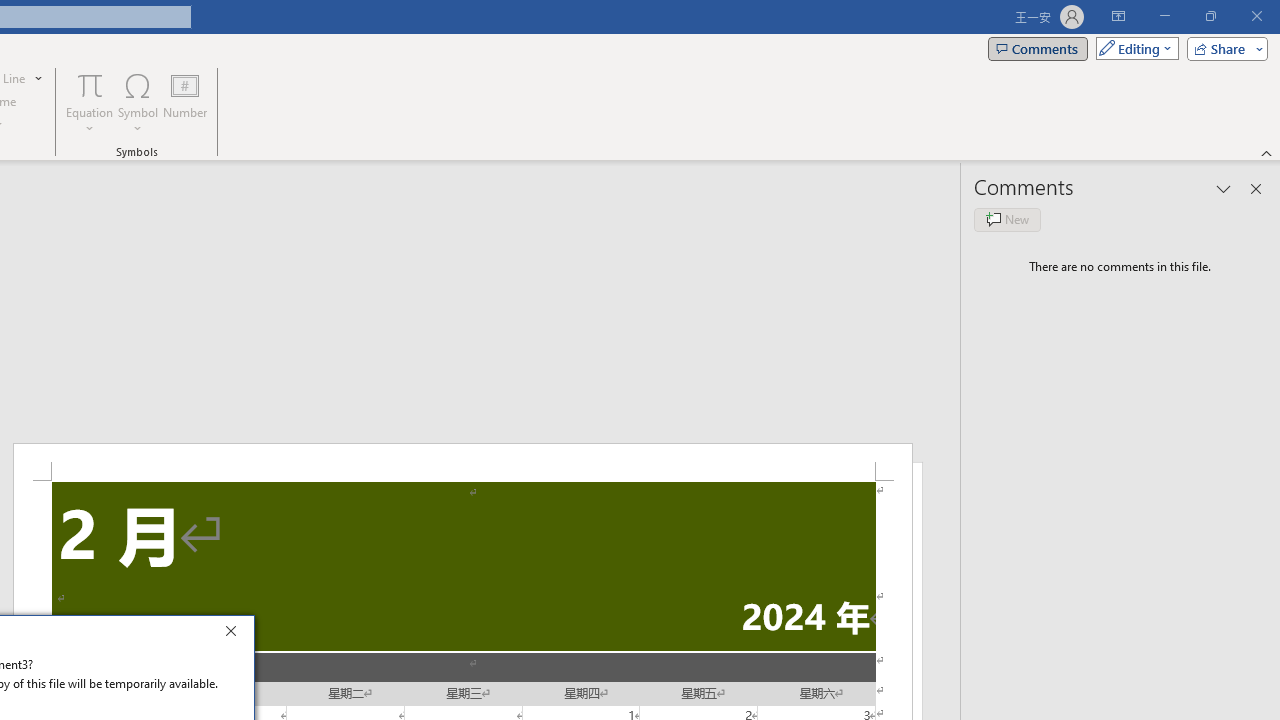 This screenshot has height=720, width=1280. I want to click on 'Close pane', so click(1255, 189).